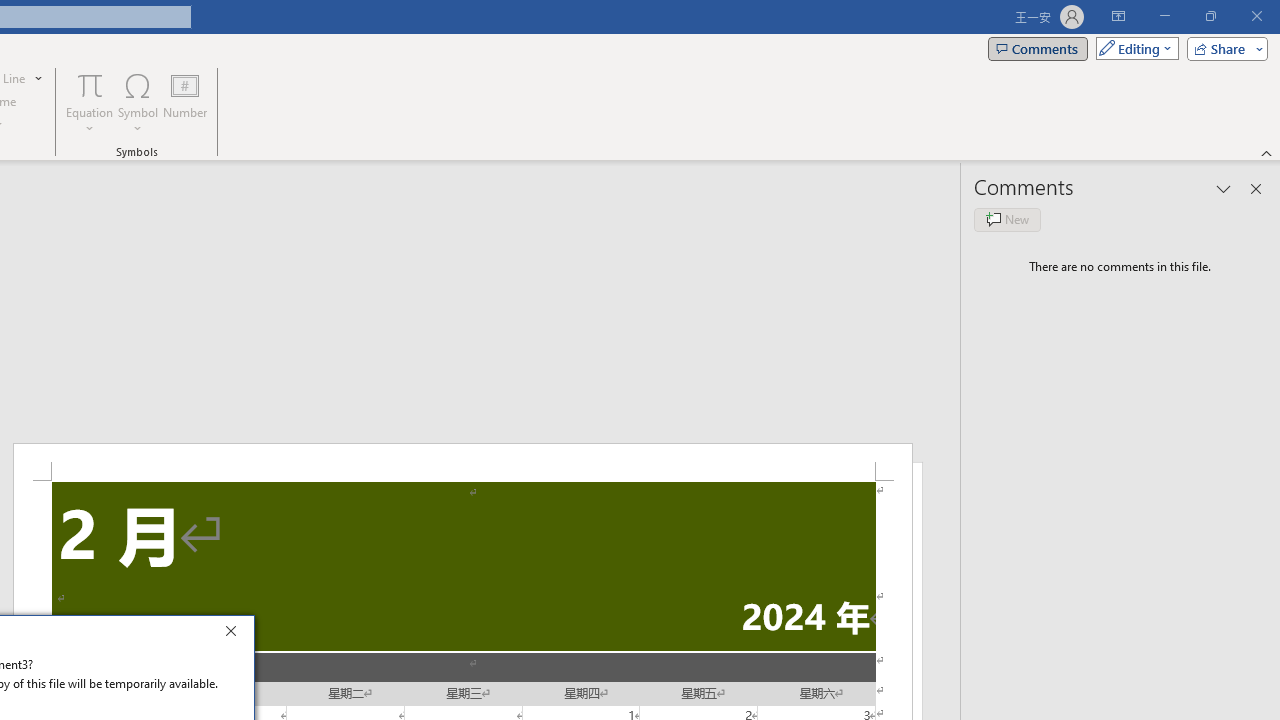 This screenshot has height=720, width=1280. I want to click on 'Close pane', so click(1255, 189).